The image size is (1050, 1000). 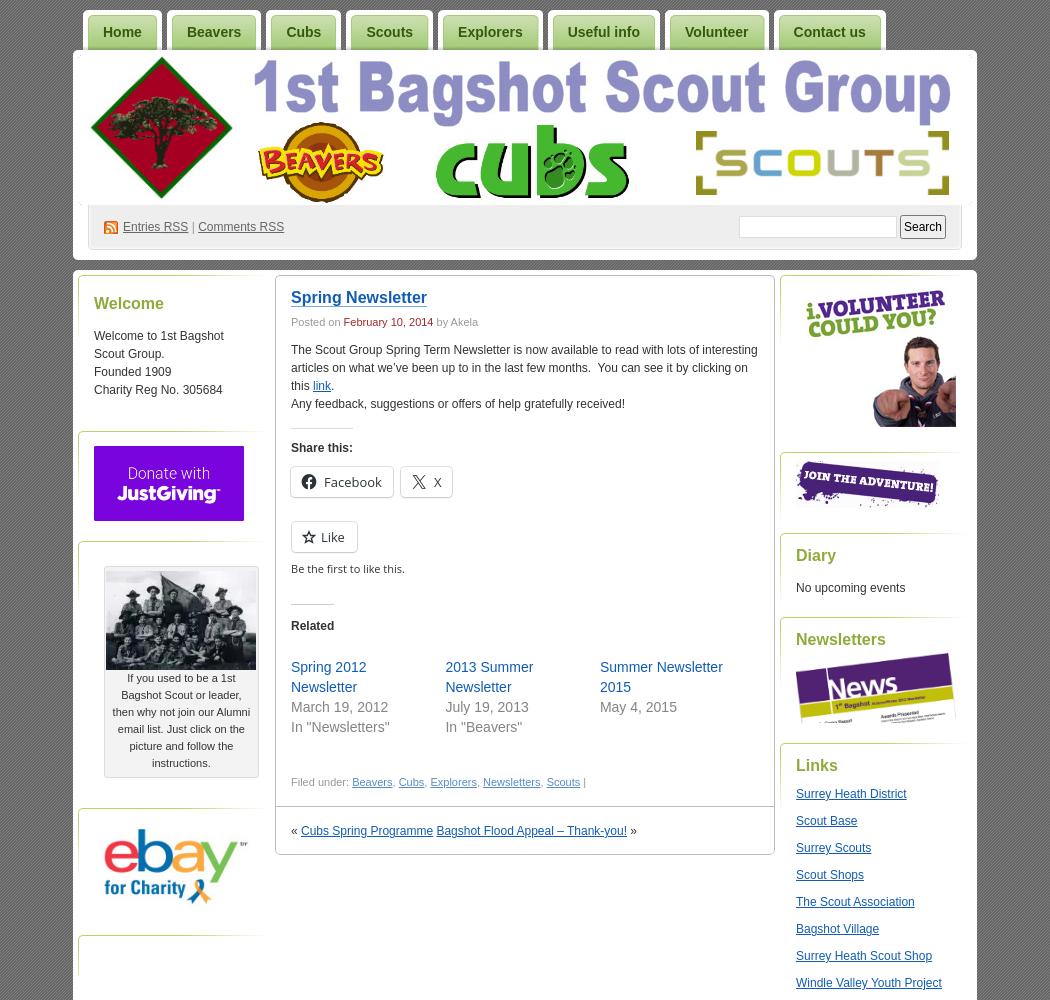 I want to click on 'The Scout Association', so click(x=855, y=902).